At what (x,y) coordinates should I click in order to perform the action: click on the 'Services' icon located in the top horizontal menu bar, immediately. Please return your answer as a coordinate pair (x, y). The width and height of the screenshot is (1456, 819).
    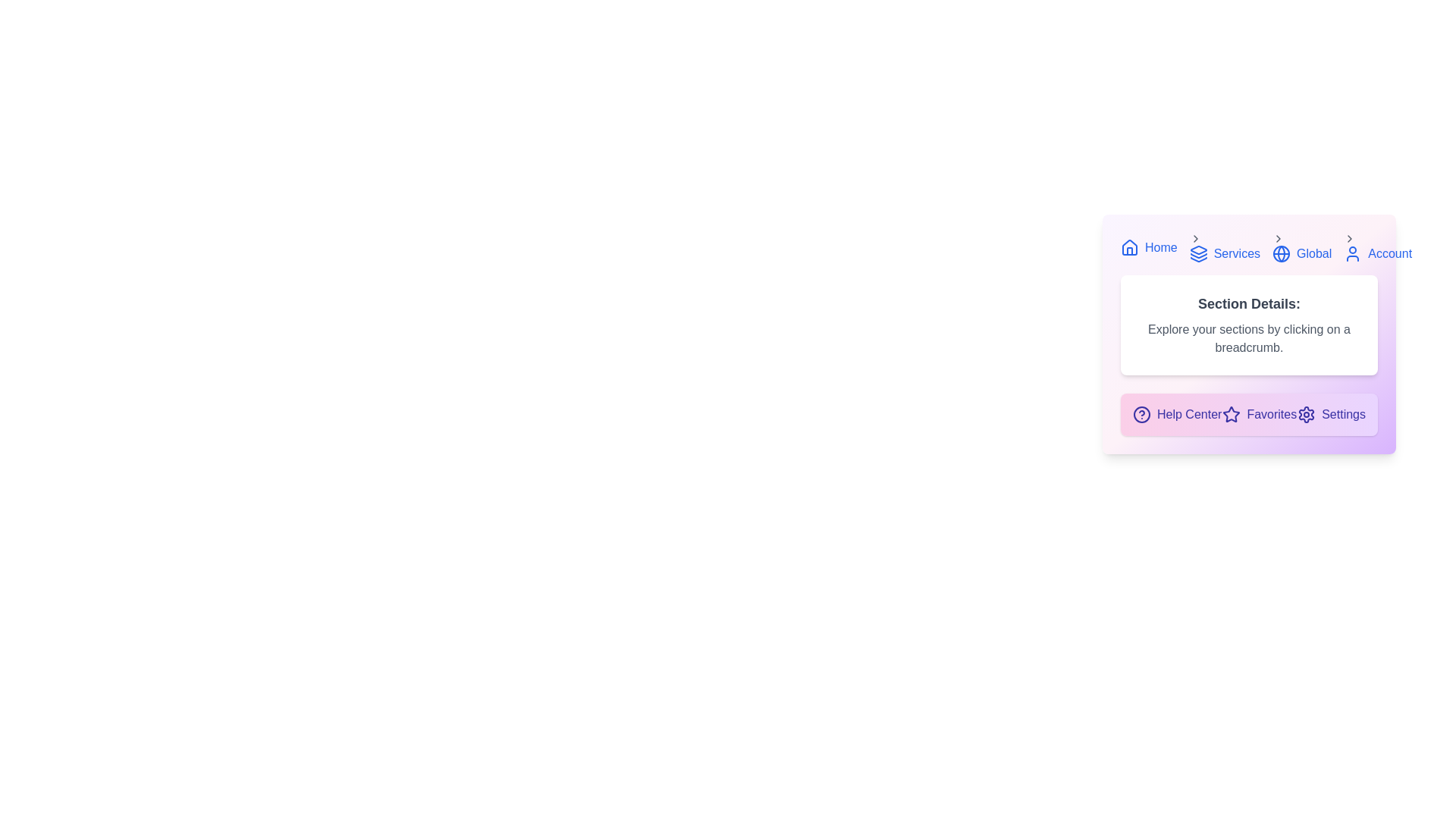
    Looking at the image, I should click on (1197, 253).